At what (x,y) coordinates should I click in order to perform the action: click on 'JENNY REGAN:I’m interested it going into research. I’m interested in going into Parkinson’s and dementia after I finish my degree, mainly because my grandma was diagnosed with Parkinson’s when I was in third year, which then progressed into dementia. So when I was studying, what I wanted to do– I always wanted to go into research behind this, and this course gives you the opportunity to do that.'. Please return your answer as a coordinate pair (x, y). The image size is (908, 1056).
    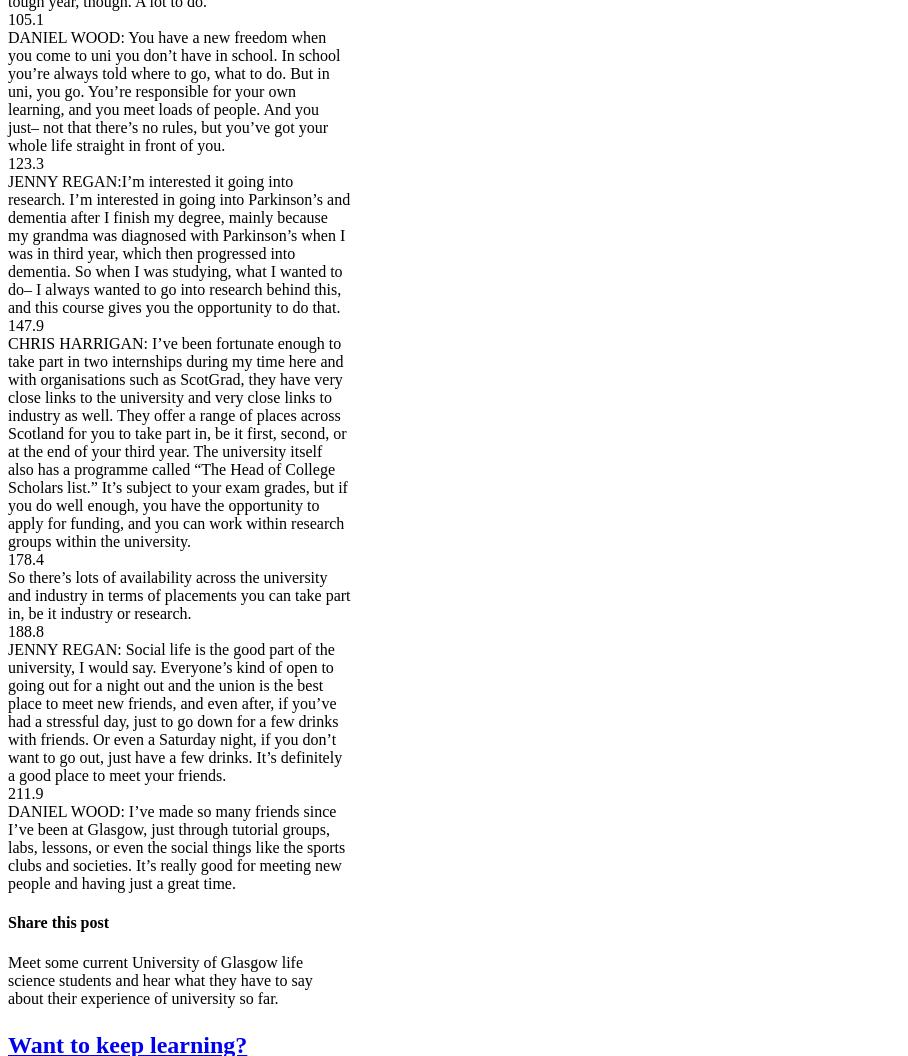
    Looking at the image, I should click on (177, 243).